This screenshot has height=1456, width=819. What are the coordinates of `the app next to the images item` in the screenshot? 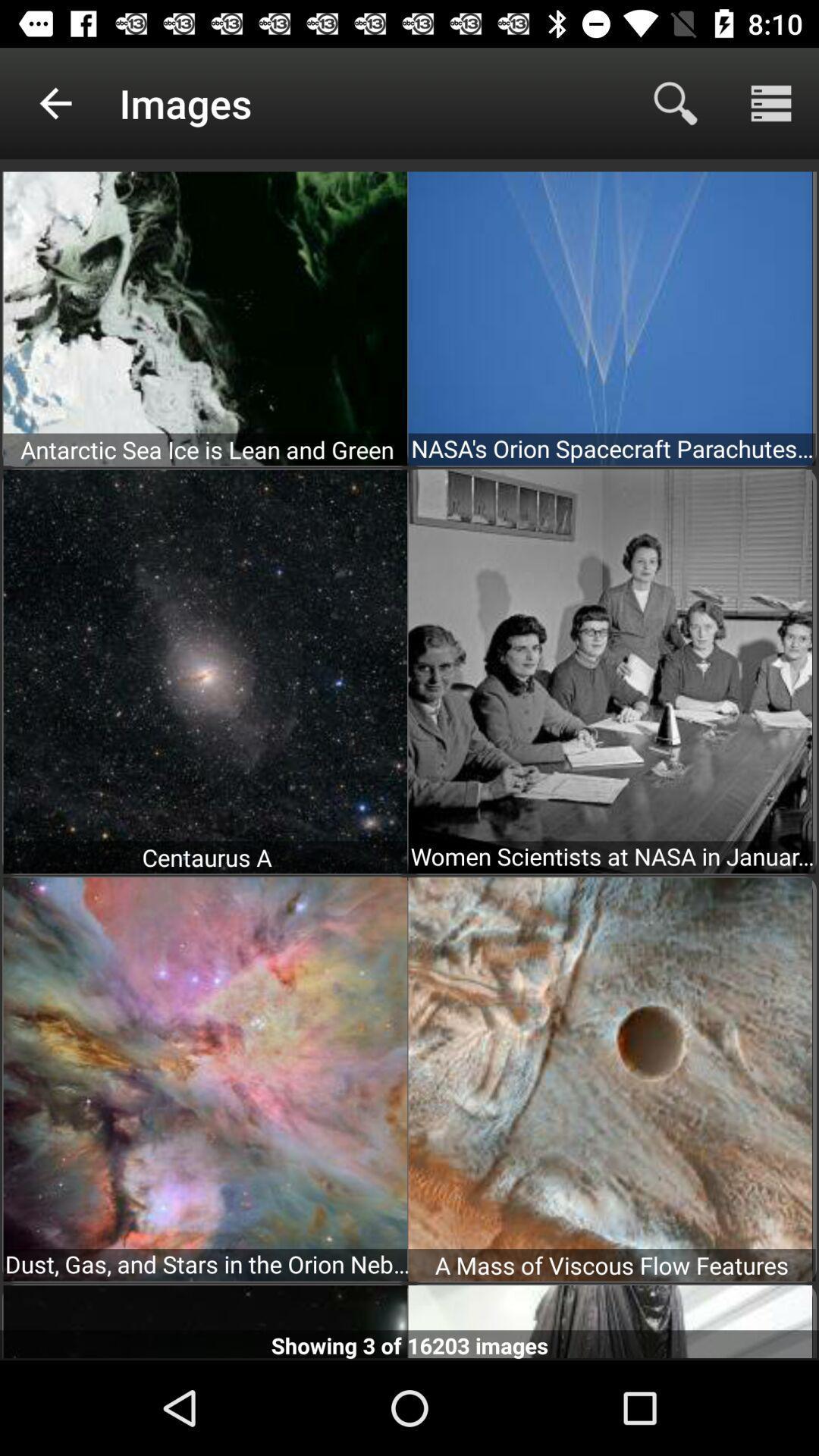 It's located at (675, 102).